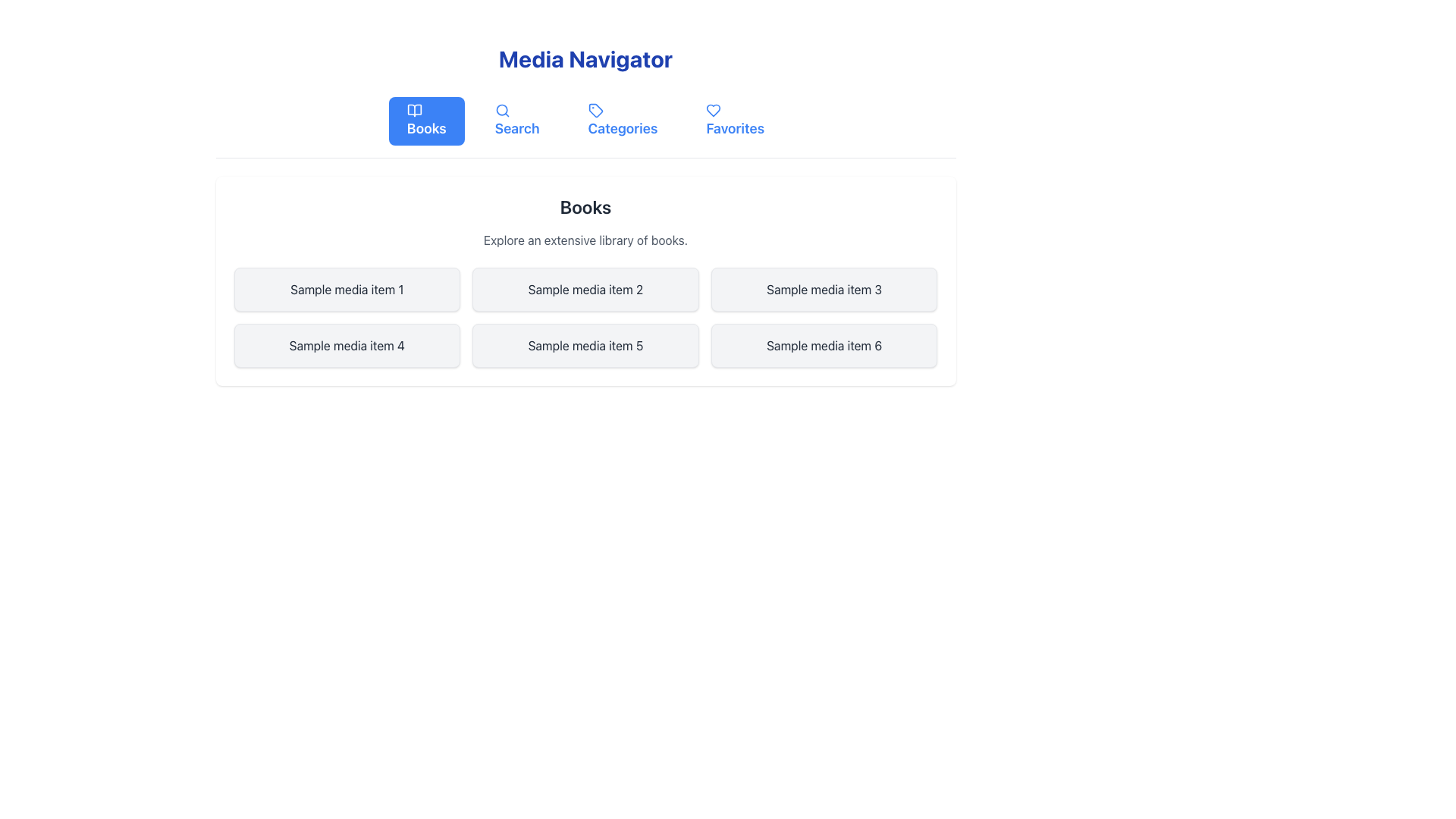 The height and width of the screenshot is (819, 1456). Describe the element at coordinates (517, 120) in the screenshot. I see `the second button in the horizontal navigation menu` at that location.